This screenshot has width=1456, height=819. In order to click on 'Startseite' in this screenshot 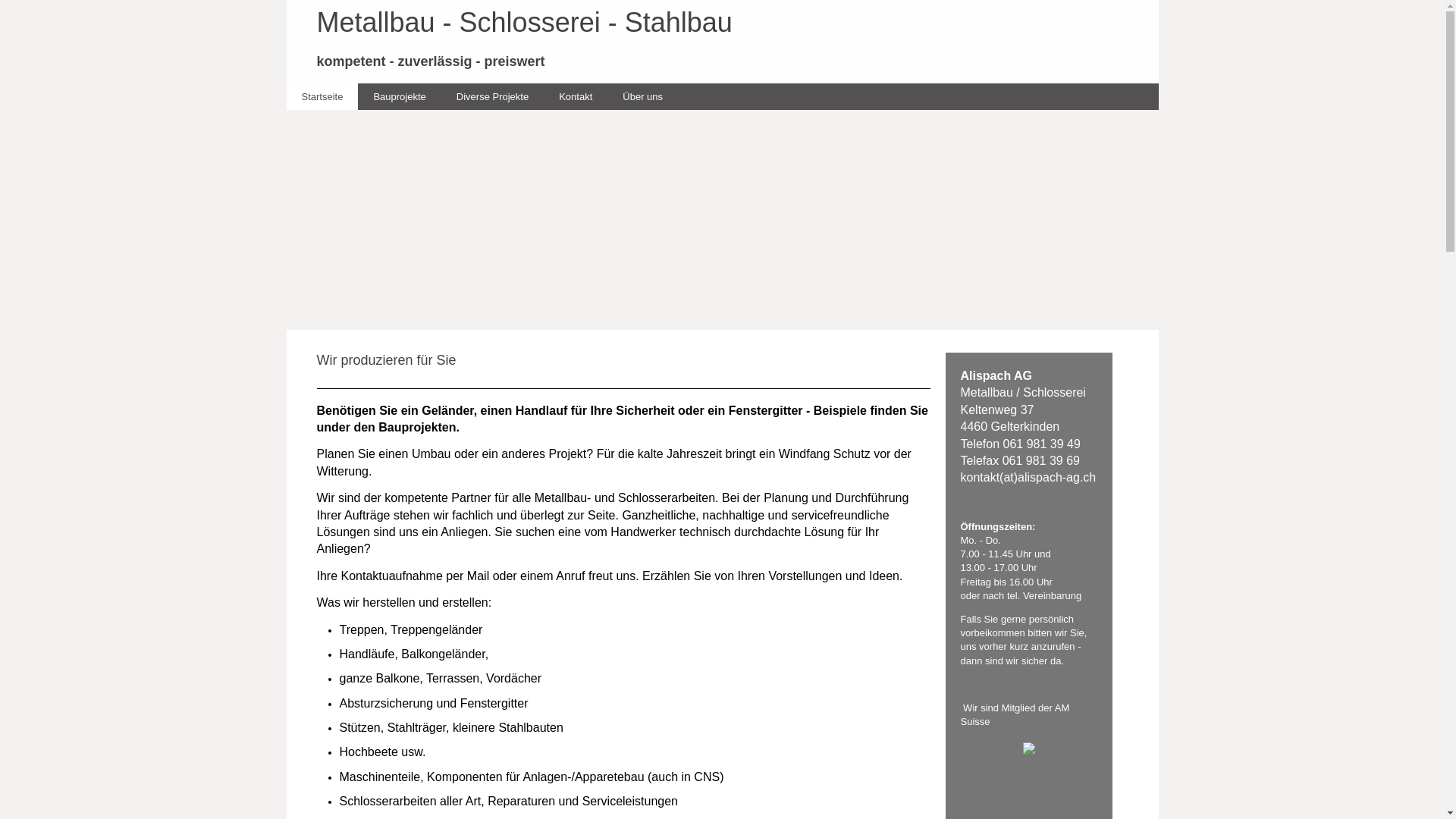, I will do `click(322, 96)`.